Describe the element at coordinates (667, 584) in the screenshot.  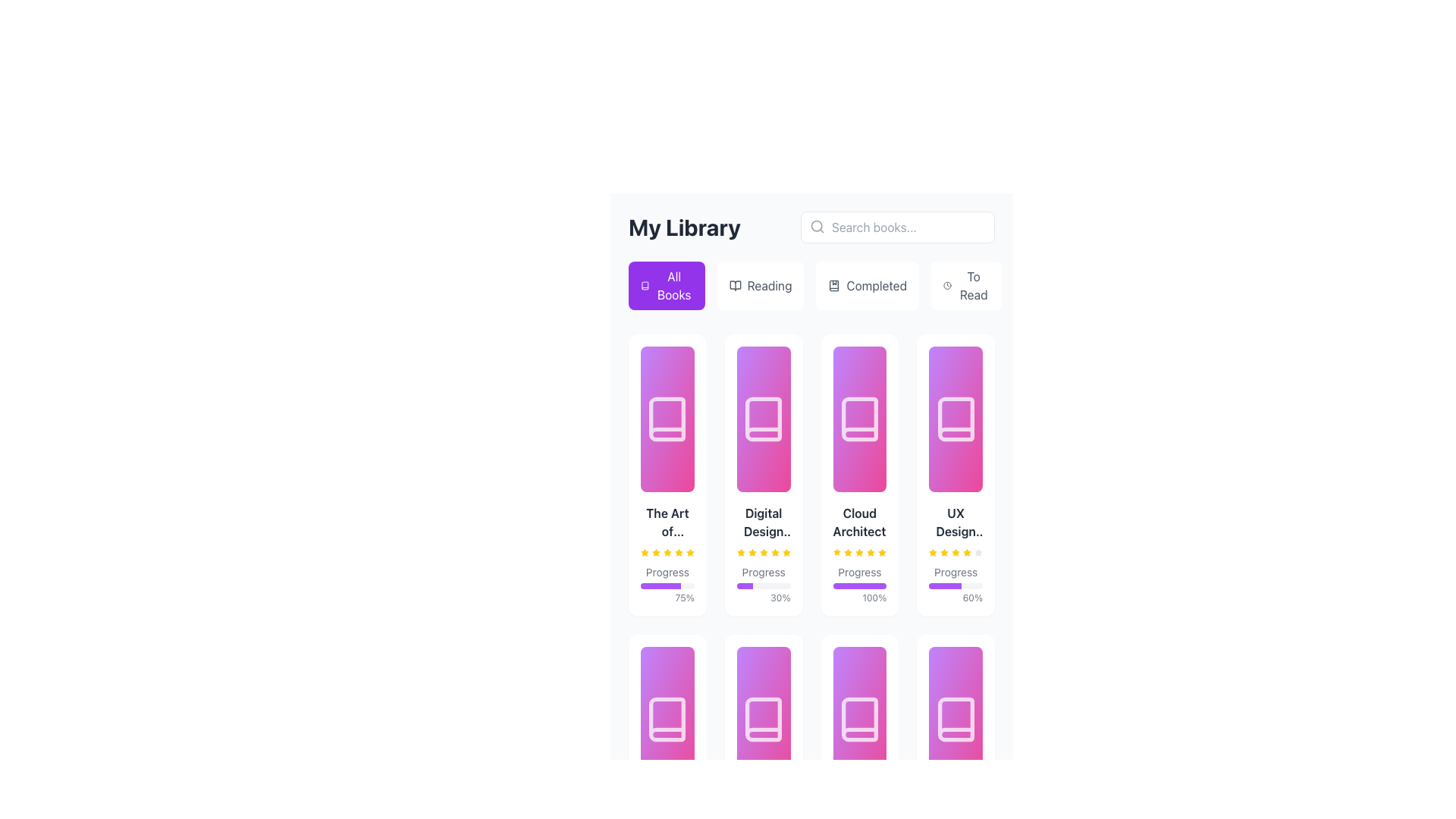
I see `the visual state of the Progress Indicator labeled 'Progress', which includes a purple-filled progress bar showing 75% and a numeric percentage displayed beneath it, located in the section of 'The Art of Programming' beneath the rating stars` at that location.